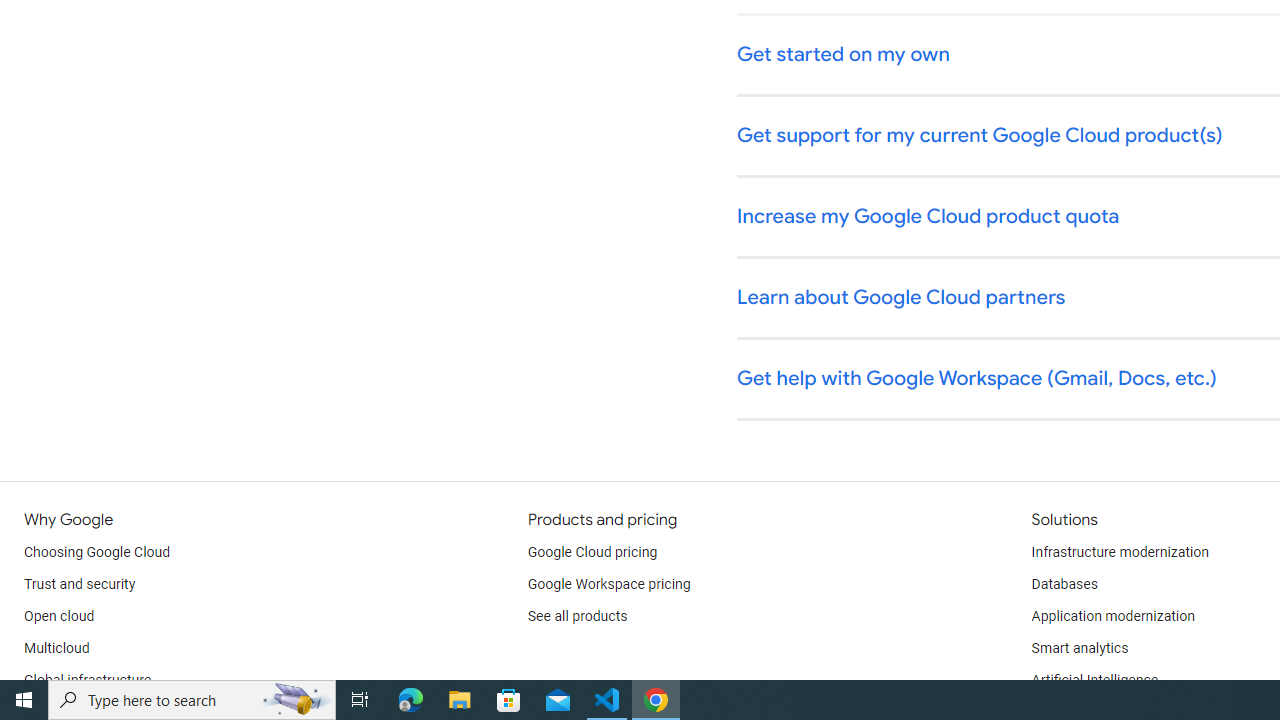 This screenshot has width=1280, height=720. What do you see at coordinates (1111, 616) in the screenshot?
I see `'Application modernization'` at bounding box center [1111, 616].